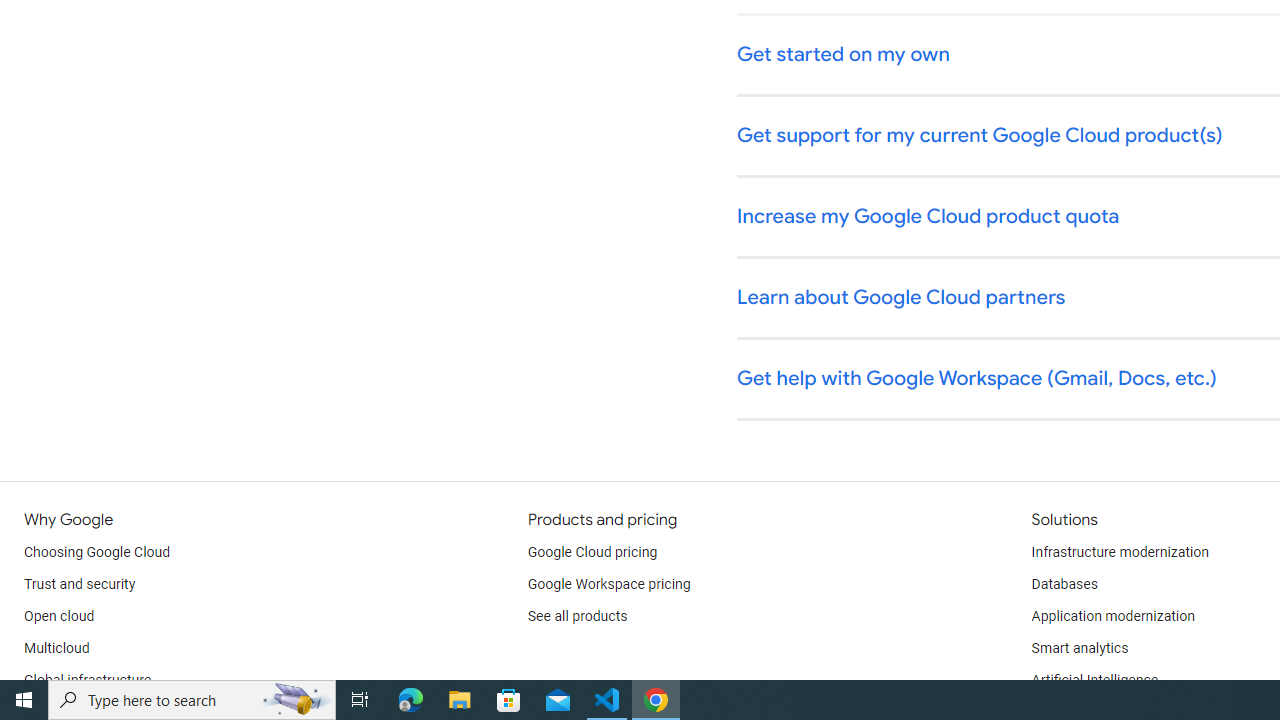 This screenshot has width=1280, height=720. What do you see at coordinates (1111, 616) in the screenshot?
I see `'Application modernization'` at bounding box center [1111, 616].